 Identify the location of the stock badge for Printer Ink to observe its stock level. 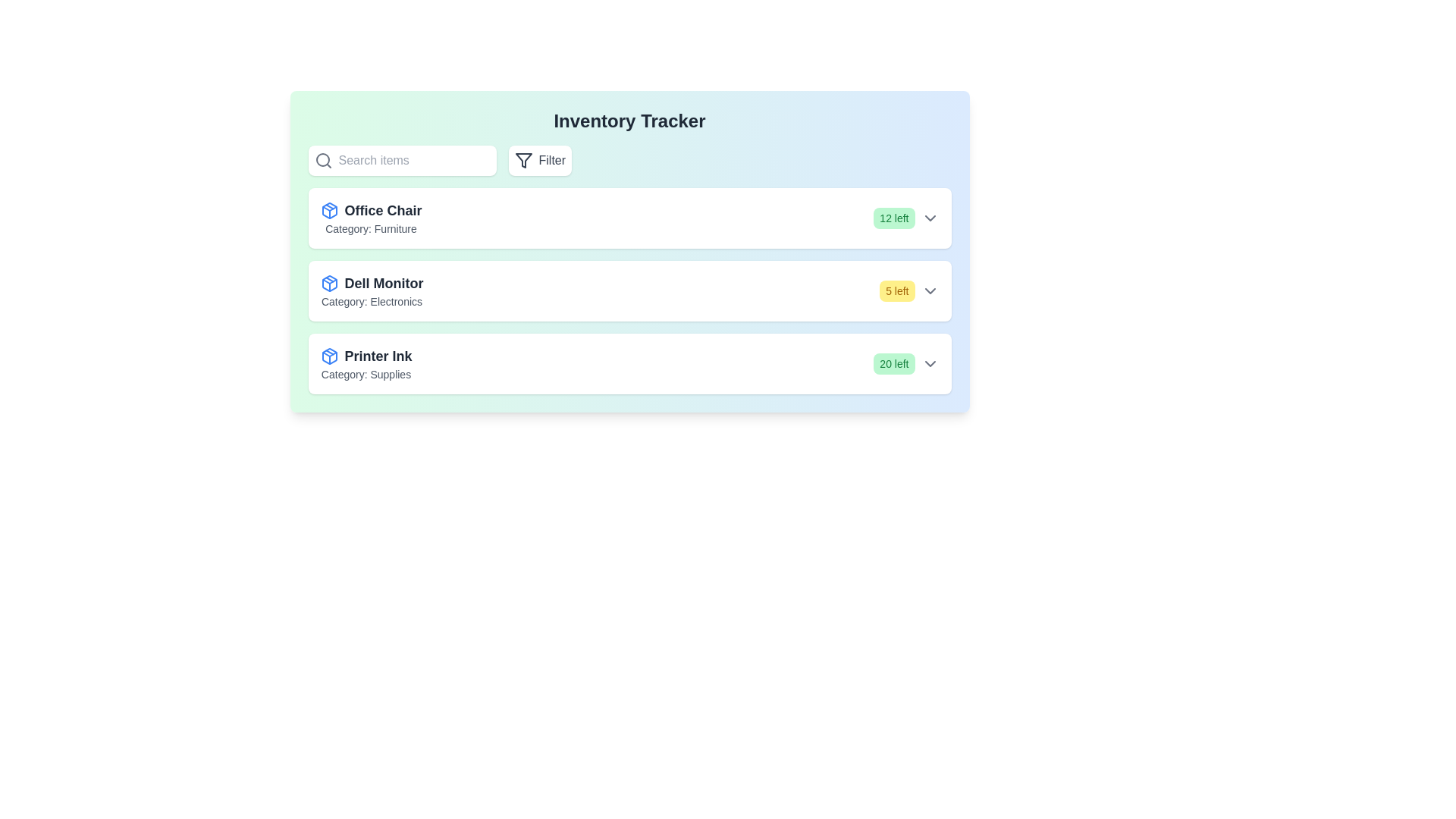
(894, 363).